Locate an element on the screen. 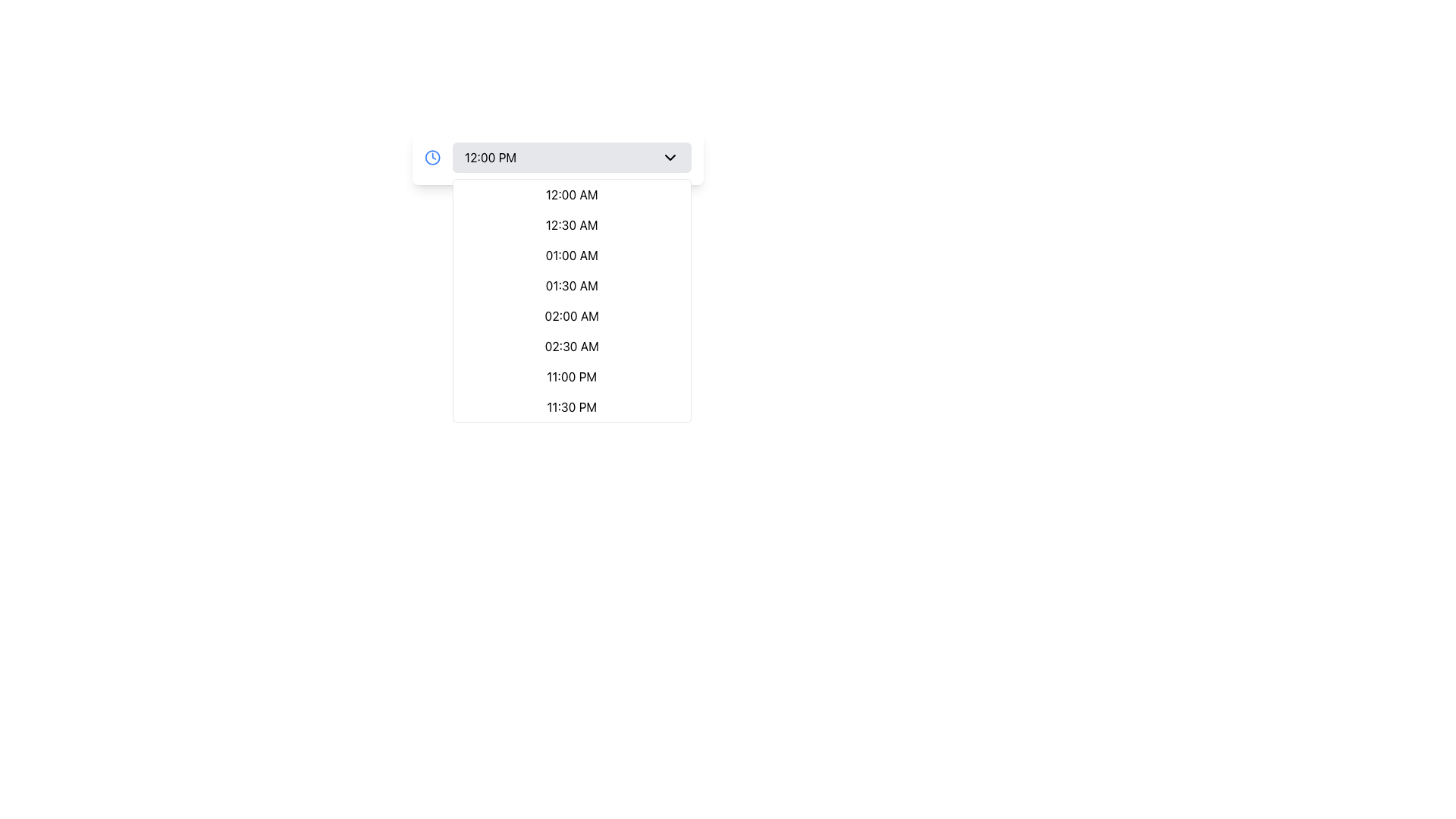 This screenshot has height=819, width=1456. the icon or dropdown toggle located to the far right of the '12:00 PM' text is located at coordinates (669, 158).